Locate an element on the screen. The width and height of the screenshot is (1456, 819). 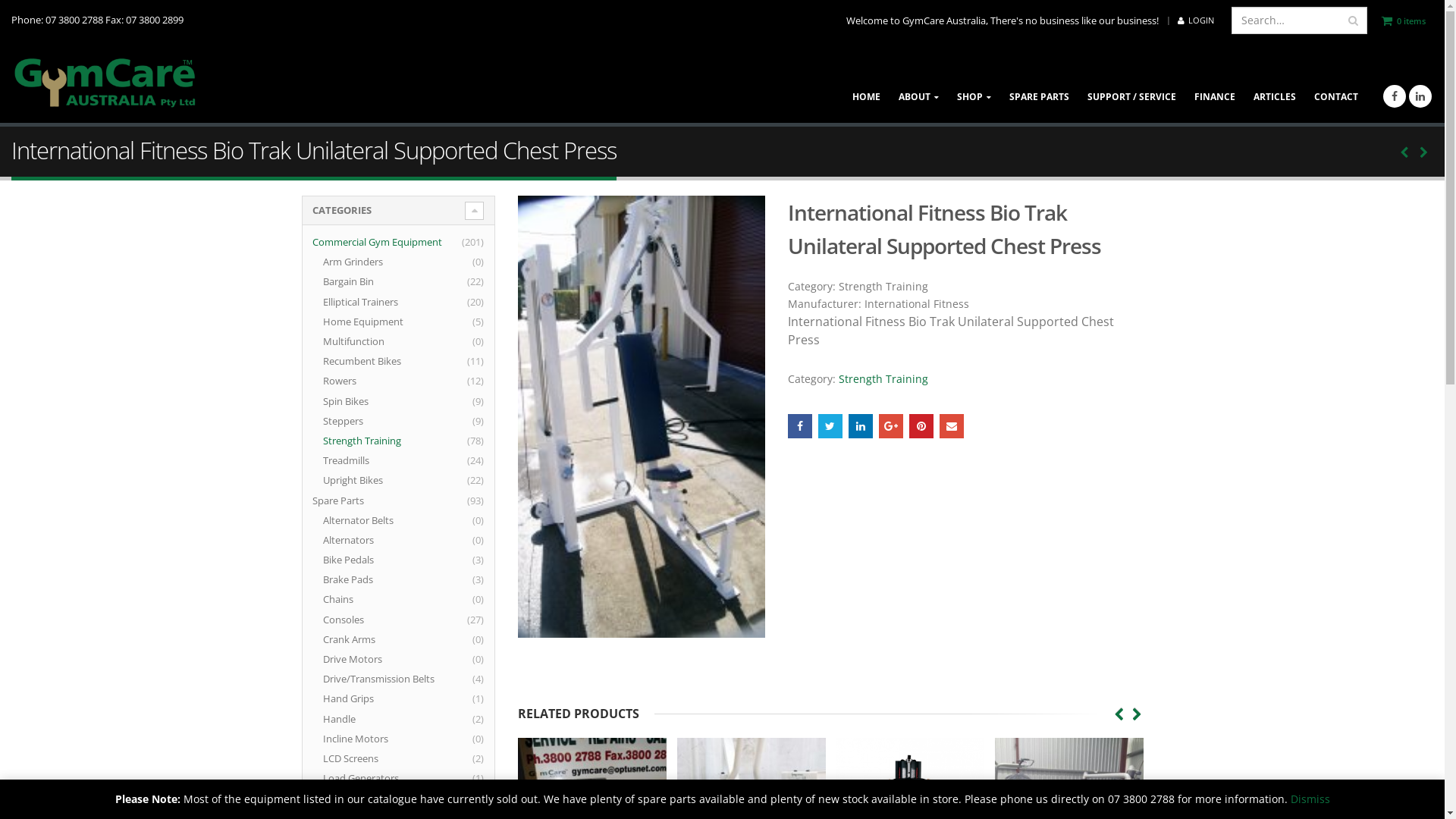
'Spin Bikes' is located at coordinates (354, 400).